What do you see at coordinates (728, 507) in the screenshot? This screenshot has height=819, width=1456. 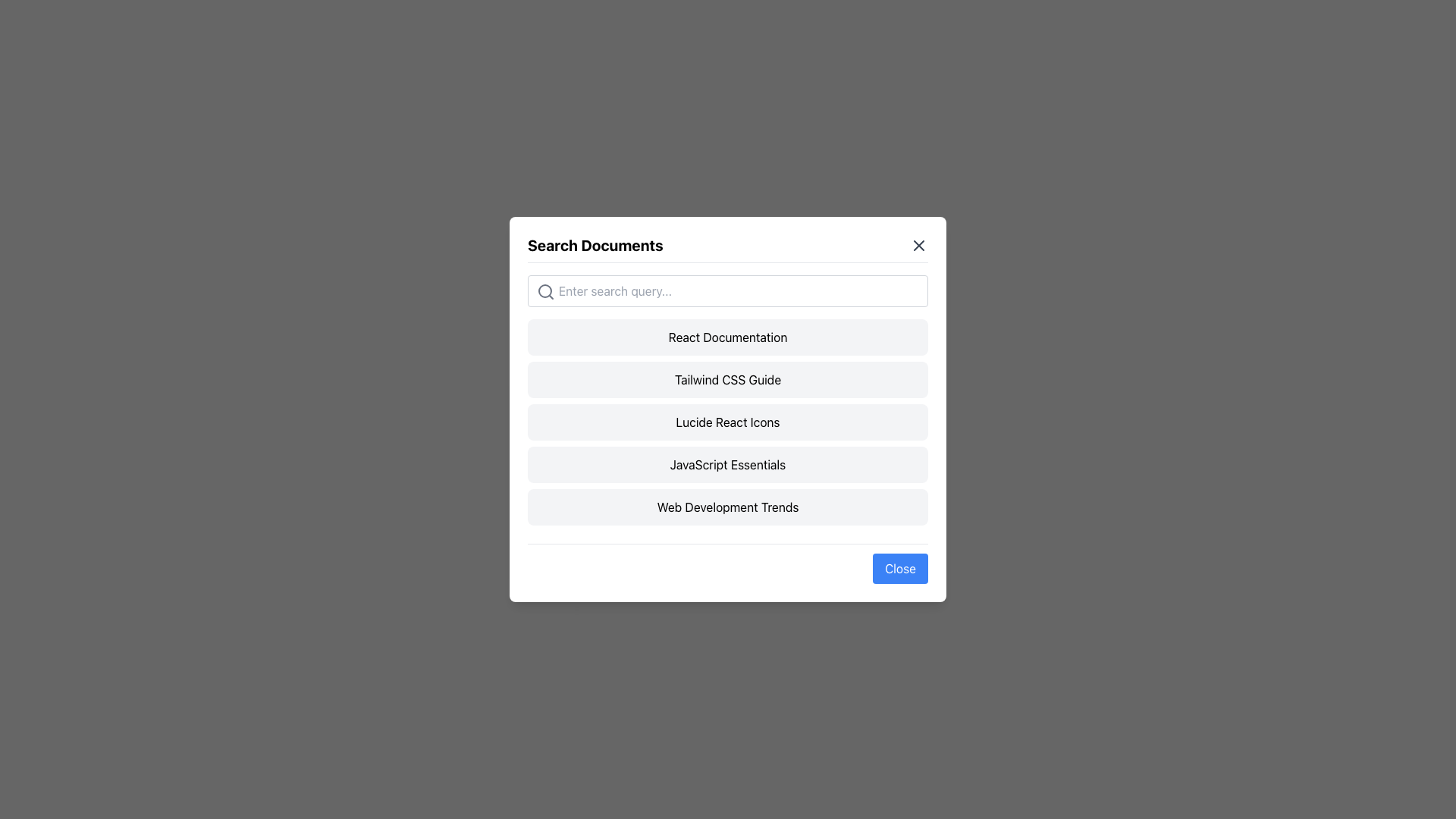 I see `the fifth button in the modal dialog, which represents the option for 'Web Development Trends'` at bounding box center [728, 507].